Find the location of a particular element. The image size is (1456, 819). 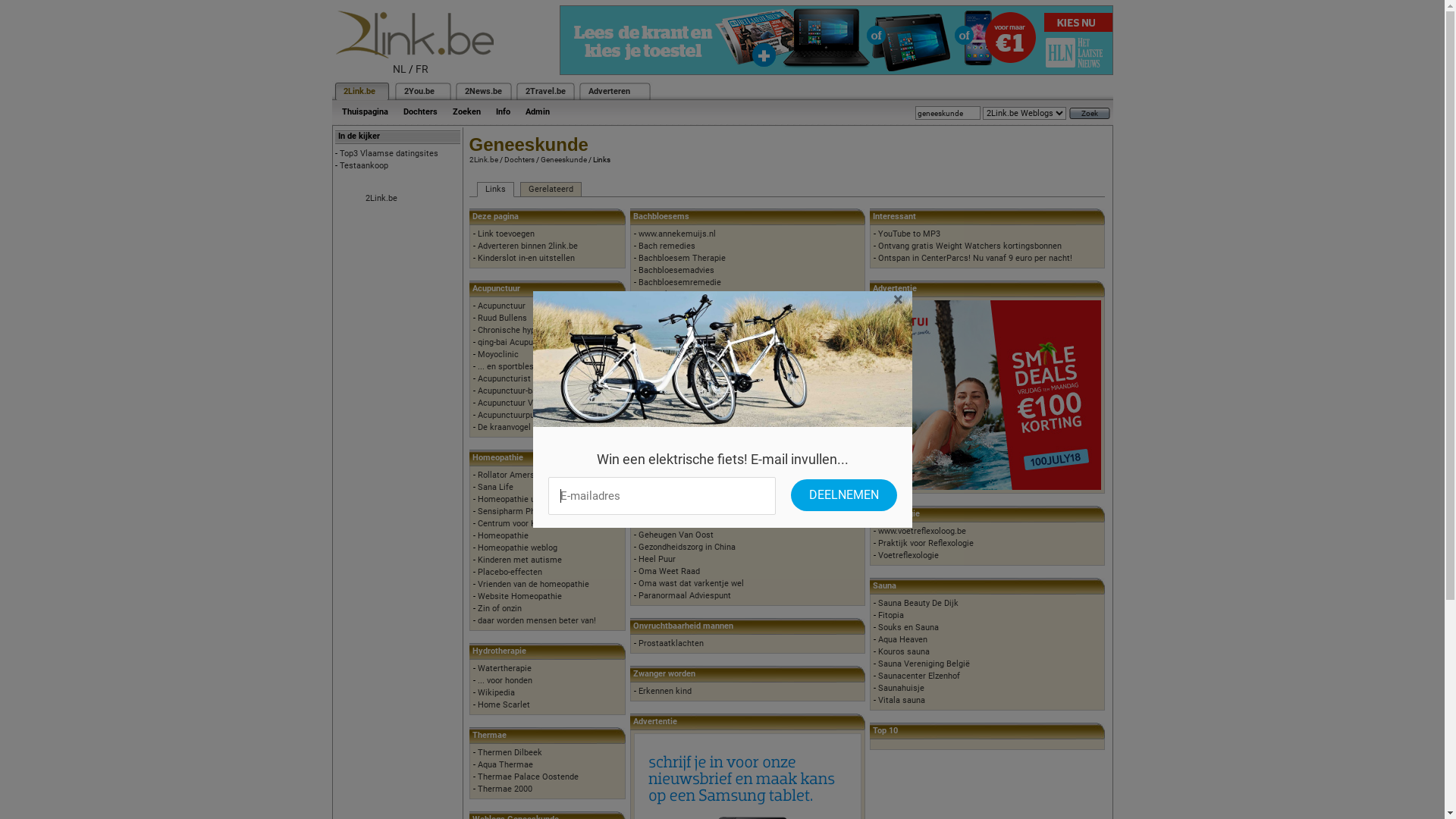

'Bachbloesemadvies' is located at coordinates (676, 269).